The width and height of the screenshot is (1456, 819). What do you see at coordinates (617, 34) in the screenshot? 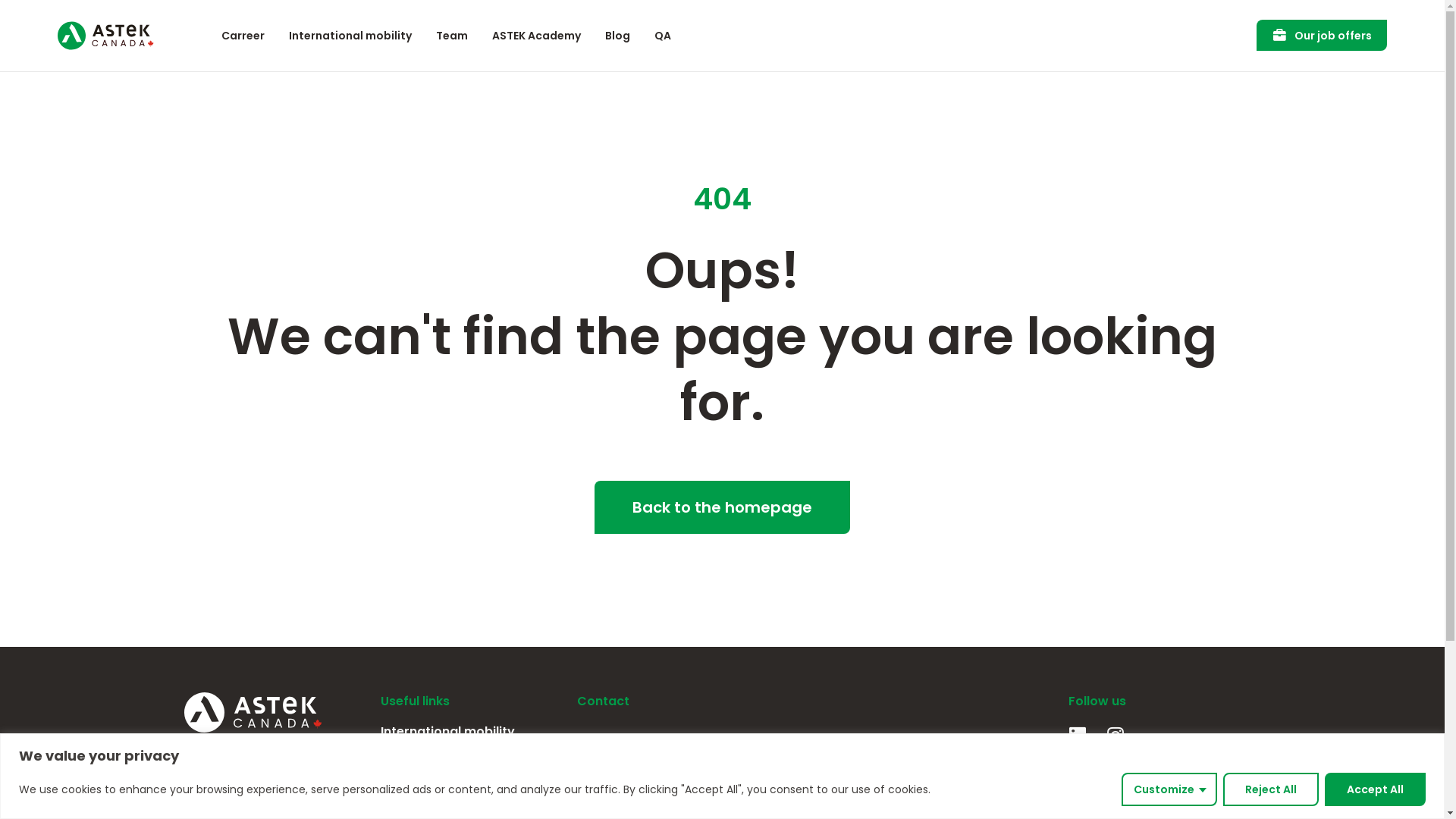
I see `'Blog'` at bounding box center [617, 34].